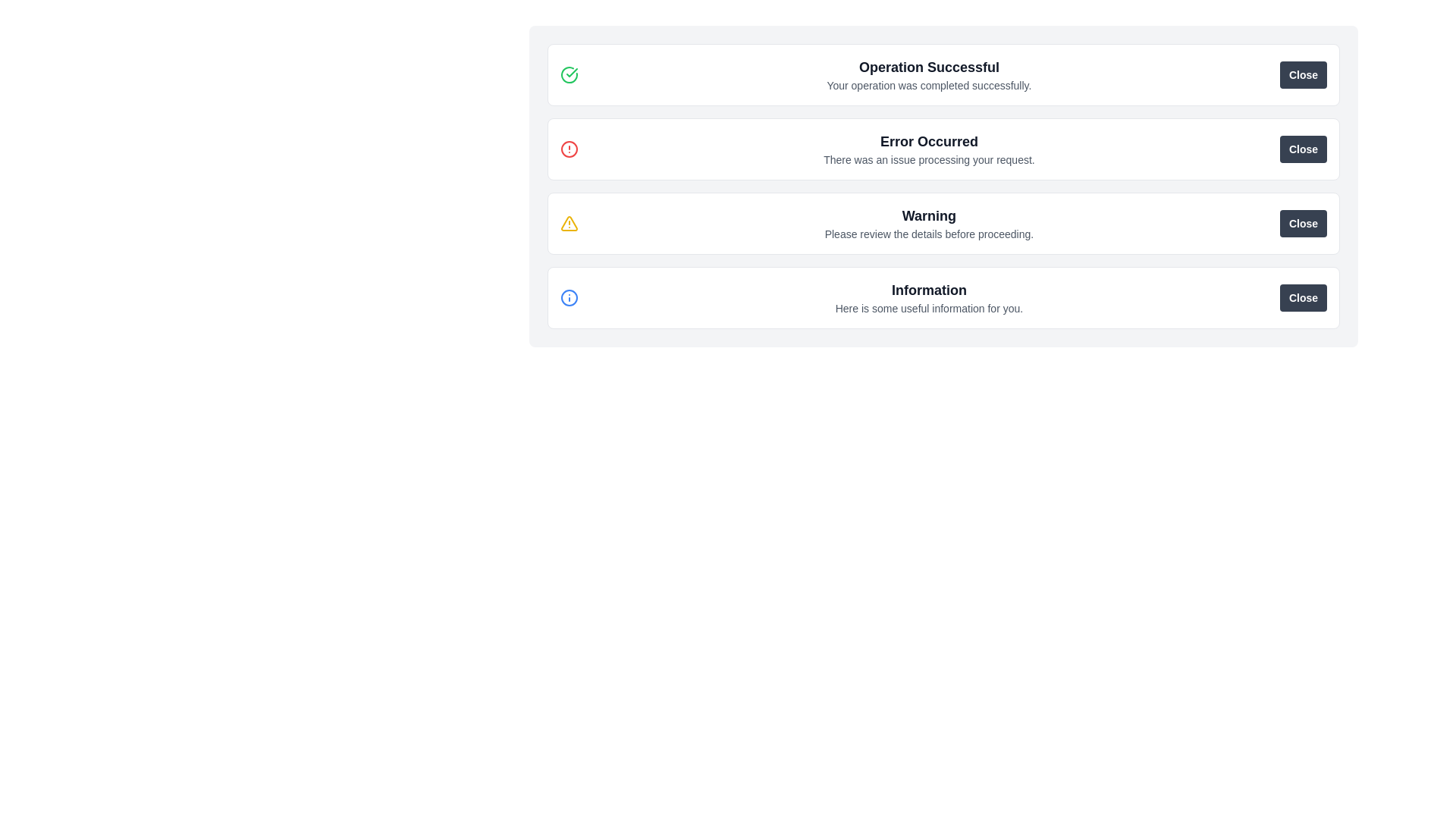 Image resolution: width=1456 pixels, height=819 pixels. I want to click on the error or alert indicator icon located to the left of the title text 'Error Occurred' within the notification box, so click(568, 149).